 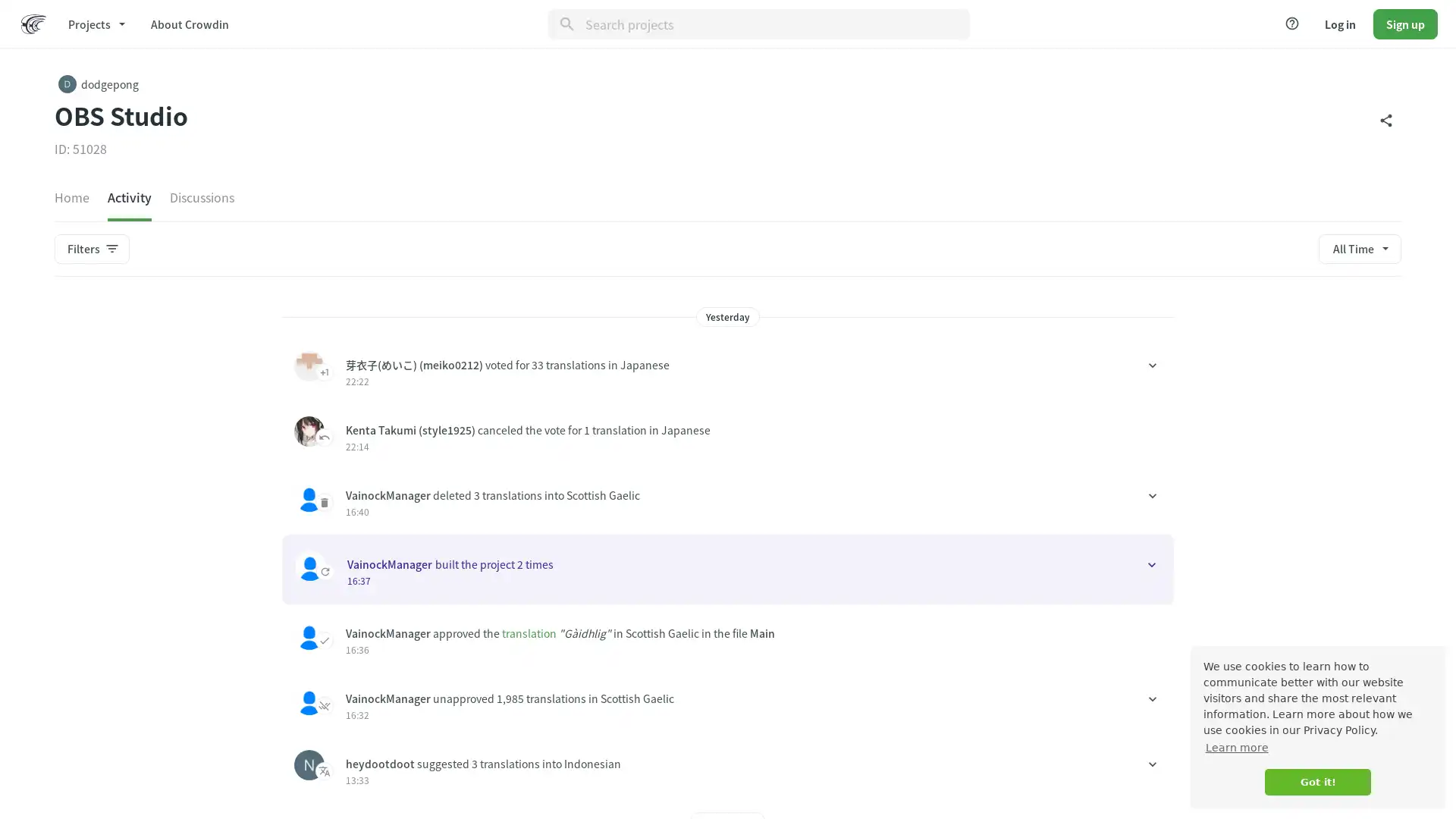 I want to click on dismiss cookie message, so click(x=1316, y=782).